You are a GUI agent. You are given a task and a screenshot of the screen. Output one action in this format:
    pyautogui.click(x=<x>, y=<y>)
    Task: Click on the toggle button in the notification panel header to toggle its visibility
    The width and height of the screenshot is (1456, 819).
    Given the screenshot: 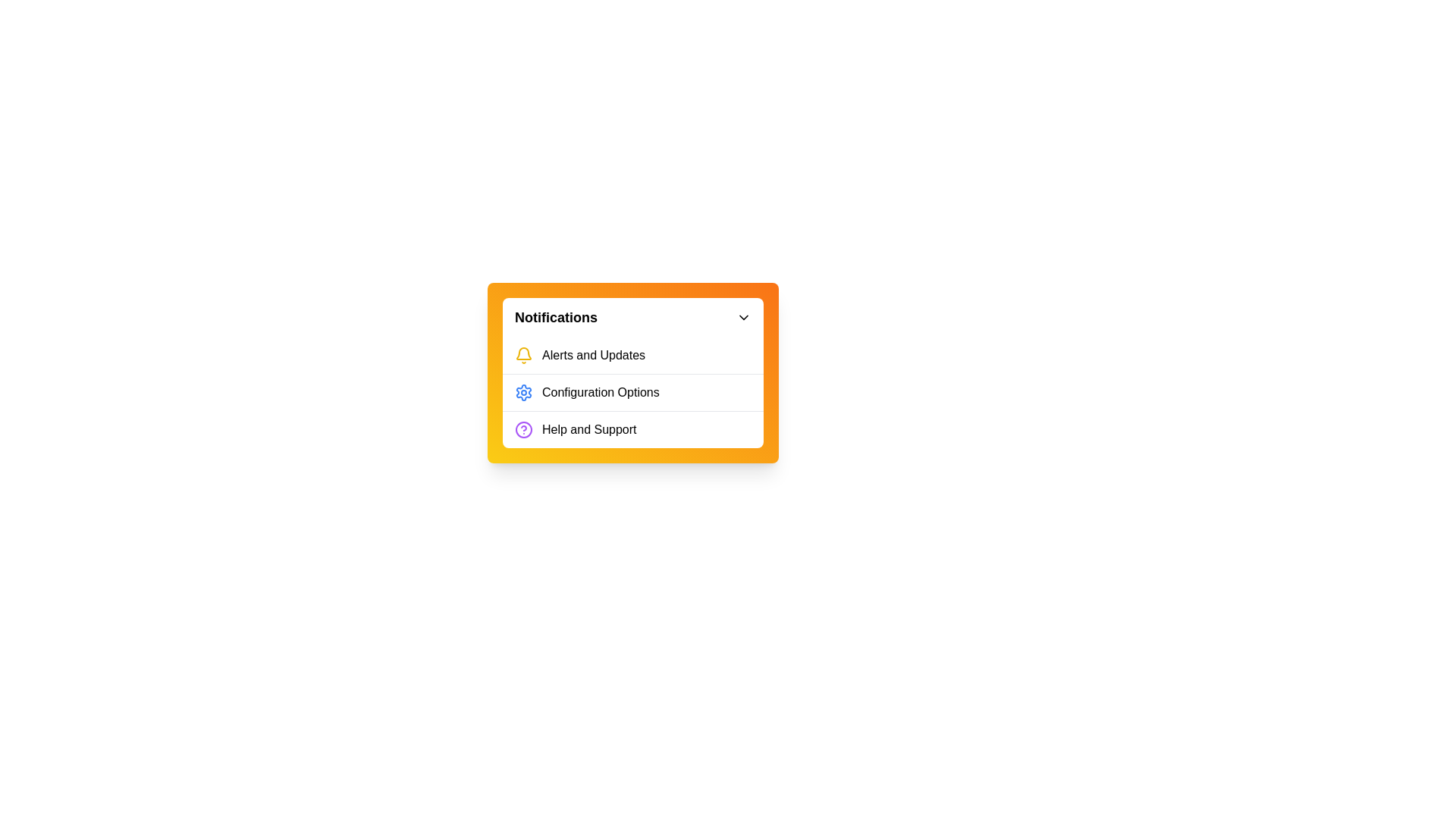 What is the action you would take?
    pyautogui.click(x=743, y=317)
    